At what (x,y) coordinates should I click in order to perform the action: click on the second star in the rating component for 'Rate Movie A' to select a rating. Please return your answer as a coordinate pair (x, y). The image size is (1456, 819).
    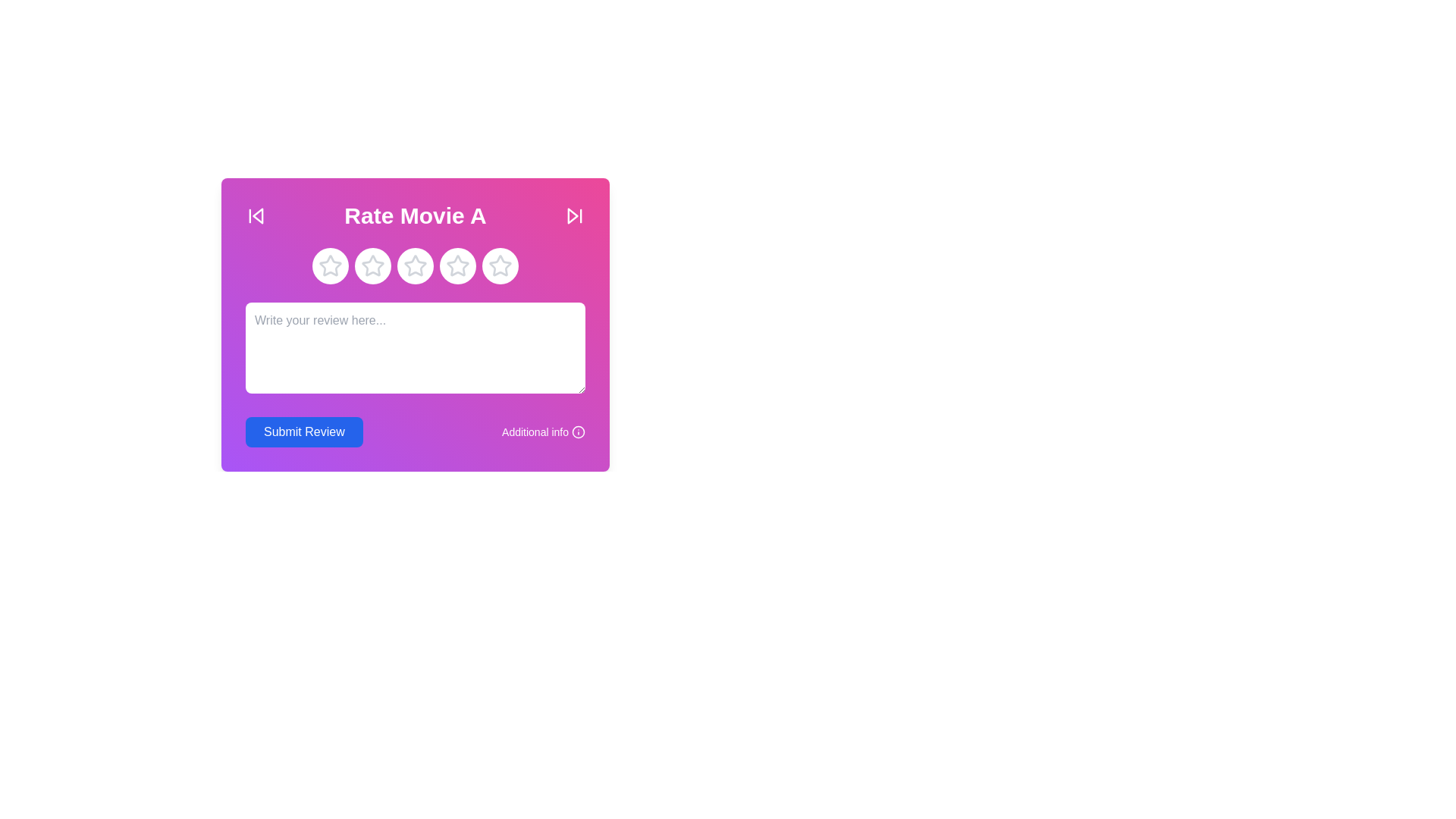
    Looking at the image, I should click on (372, 265).